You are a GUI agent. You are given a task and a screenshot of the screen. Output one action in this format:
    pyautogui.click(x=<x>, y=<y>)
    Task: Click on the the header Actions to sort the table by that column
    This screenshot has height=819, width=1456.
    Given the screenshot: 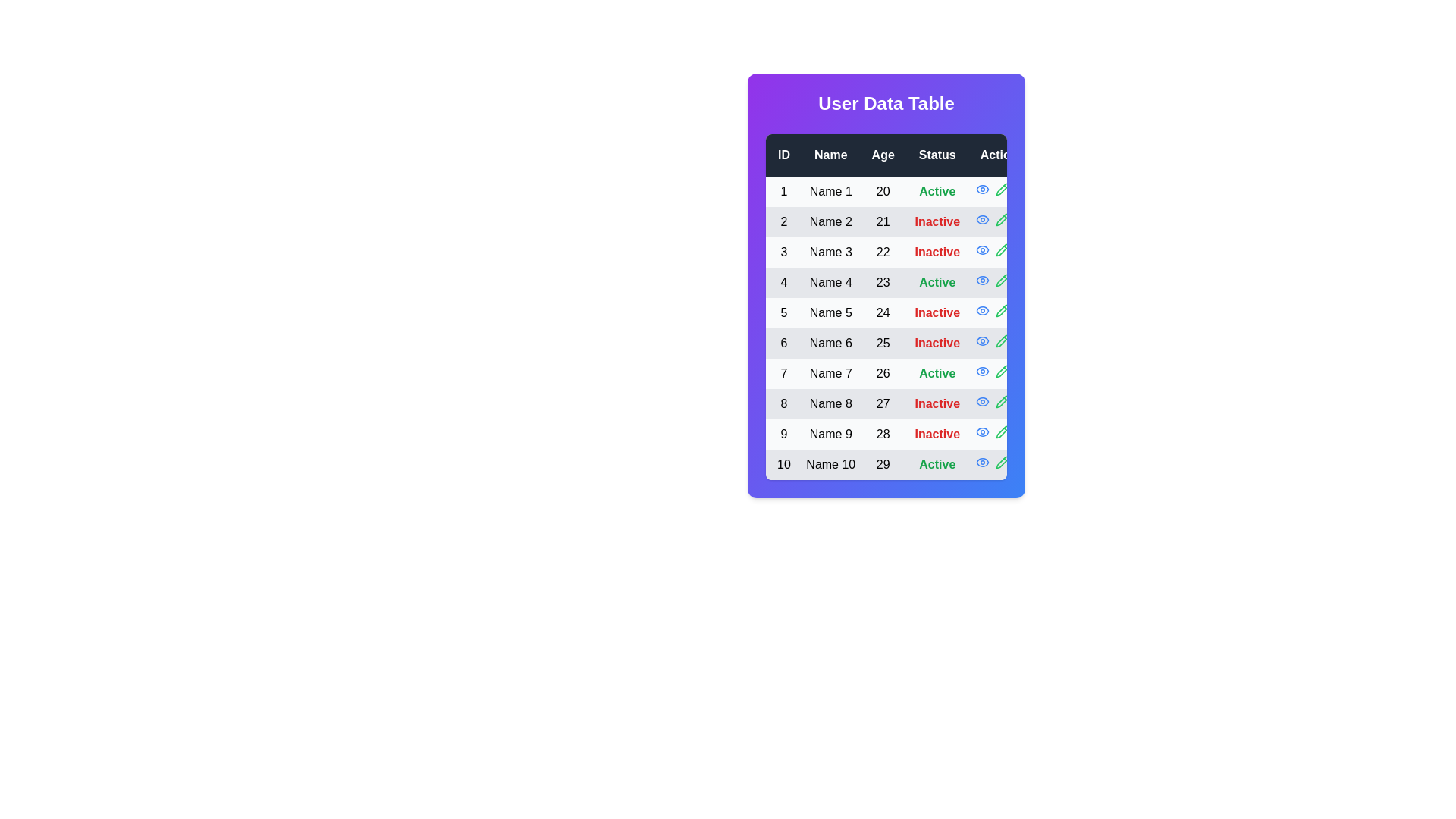 What is the action you would take?
    pyautogui.click(x=1002, y=155)
    